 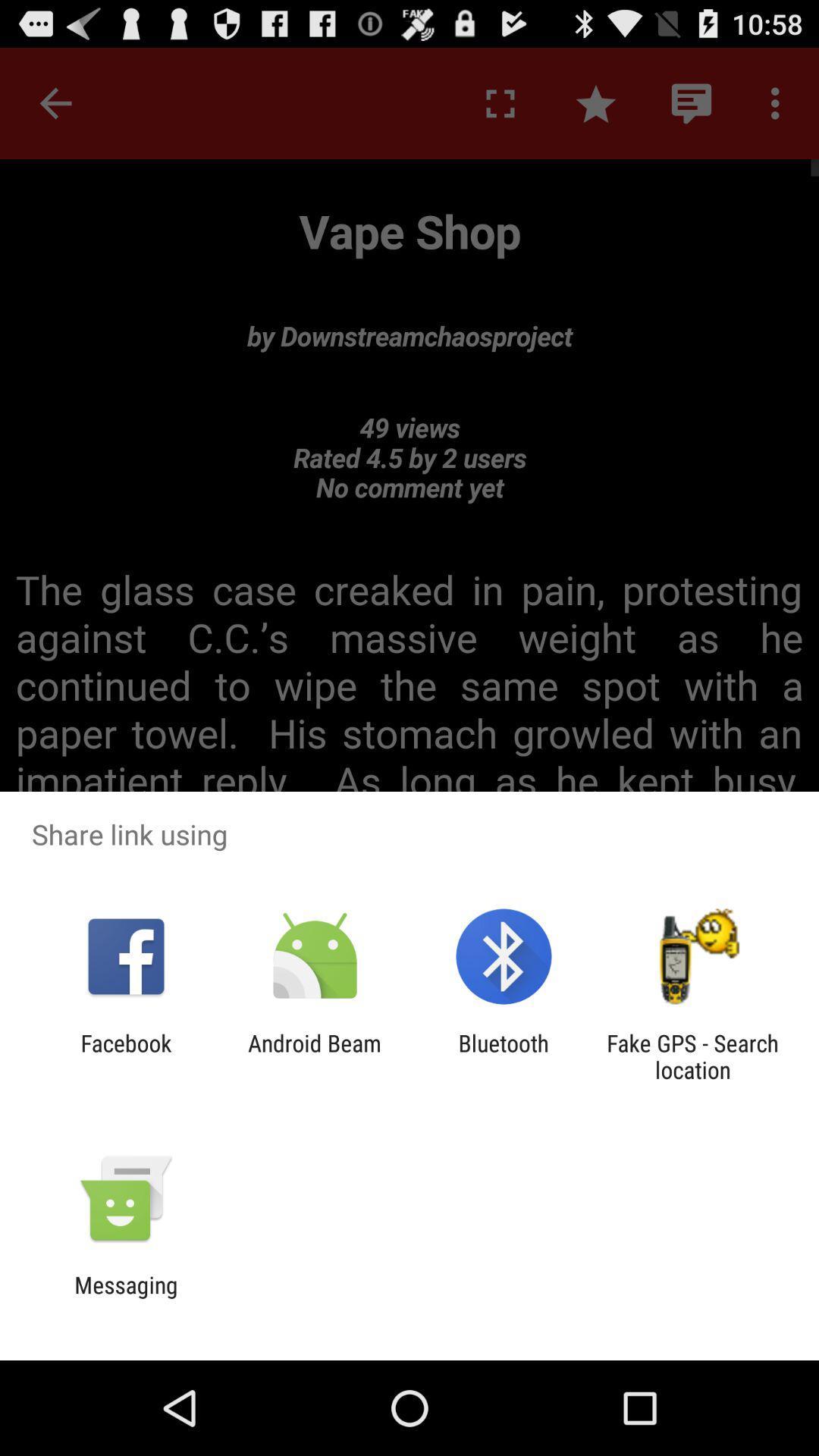 What do you see at coordinates (504, 1056) in the screenshot?
I see `bluetooth` at bounding box center [504, 1056].